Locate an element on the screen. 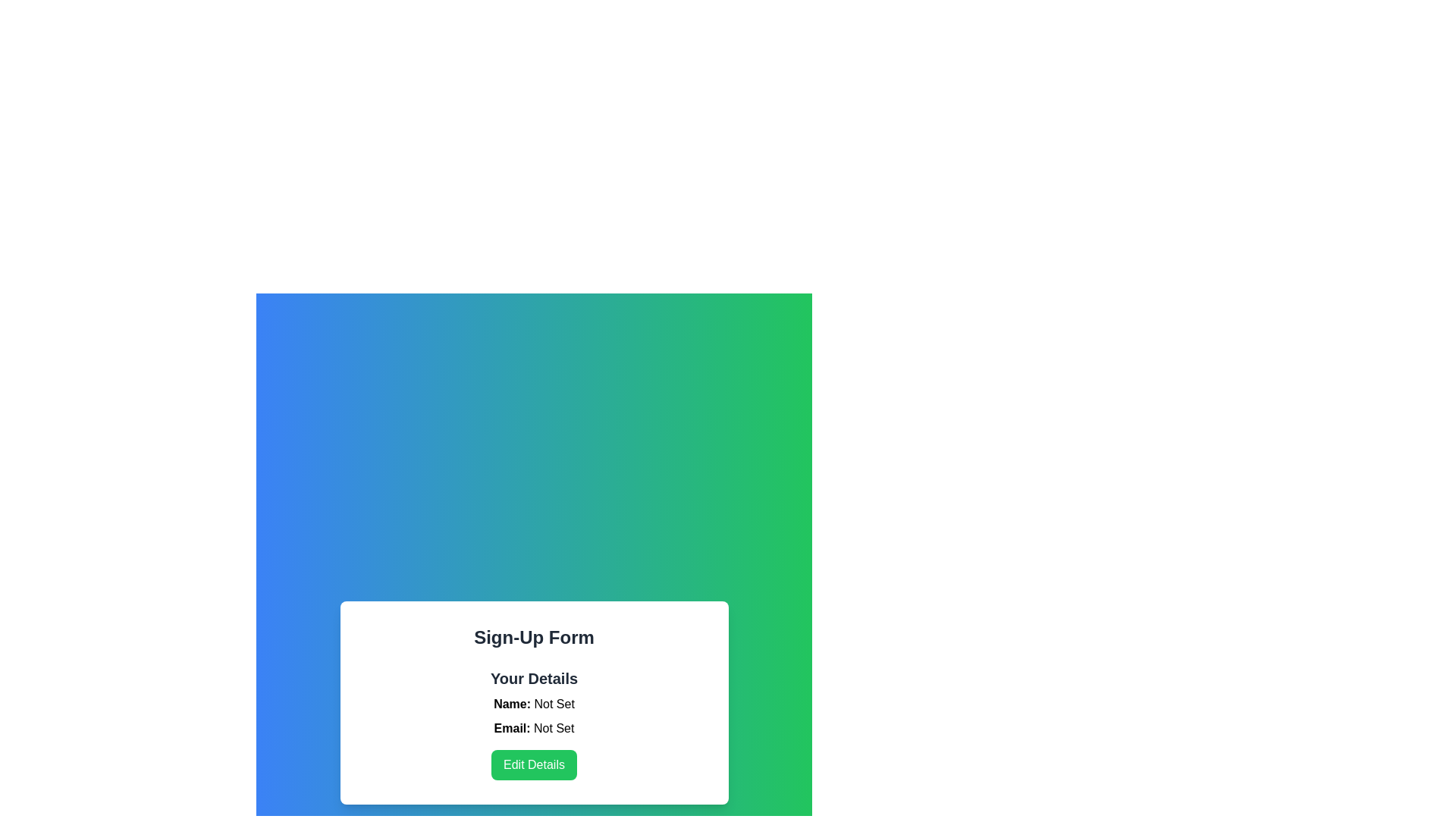 Image resolution: width=1456 pixels, height=819 pixels. the text label displaying 'Email:' in bold, black font, located to the left of 'Not Set' within the 'Your Details' section is located at coordinates (512, 727).